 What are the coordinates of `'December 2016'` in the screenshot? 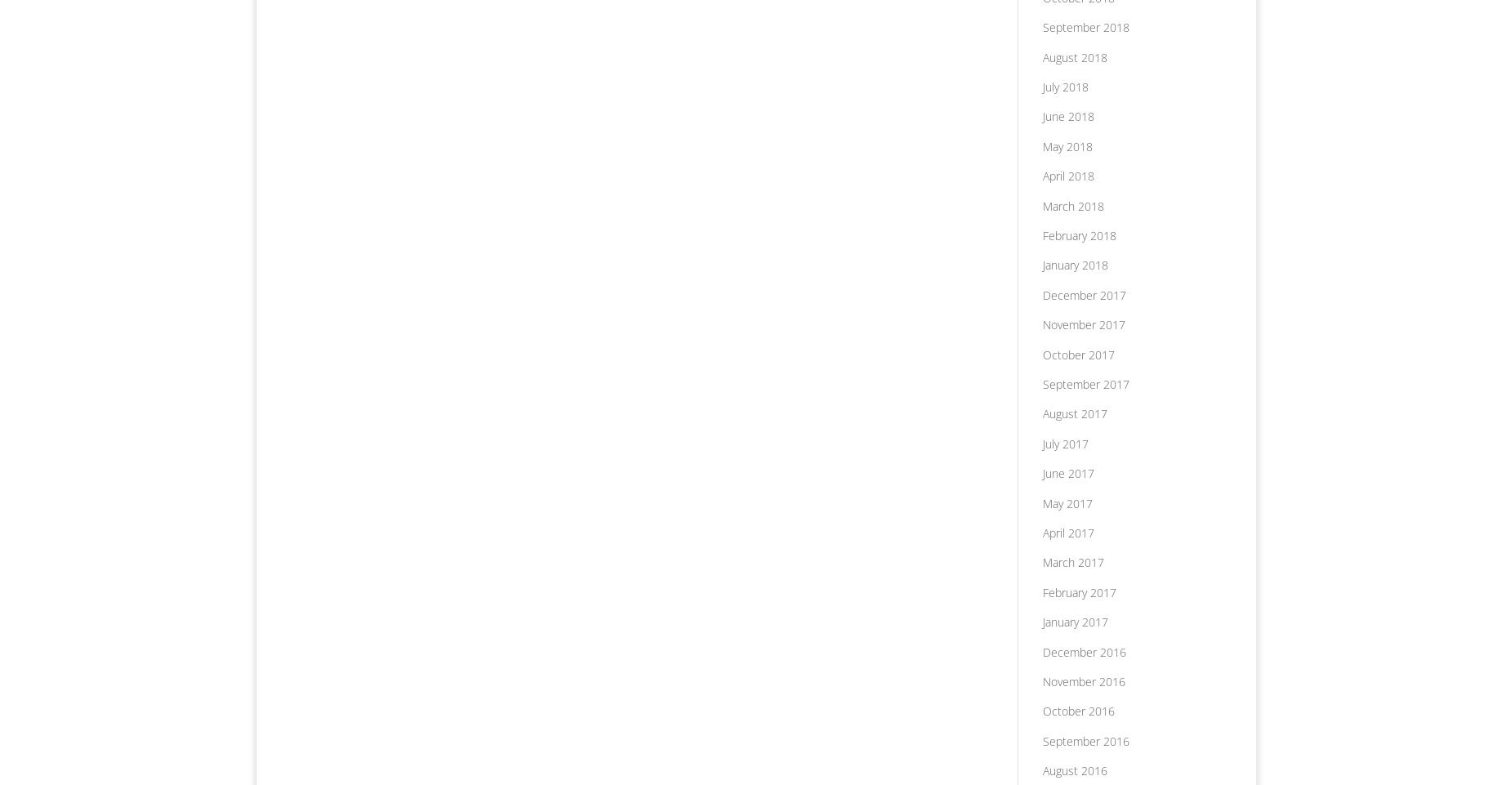 It's located at (1083, 650).